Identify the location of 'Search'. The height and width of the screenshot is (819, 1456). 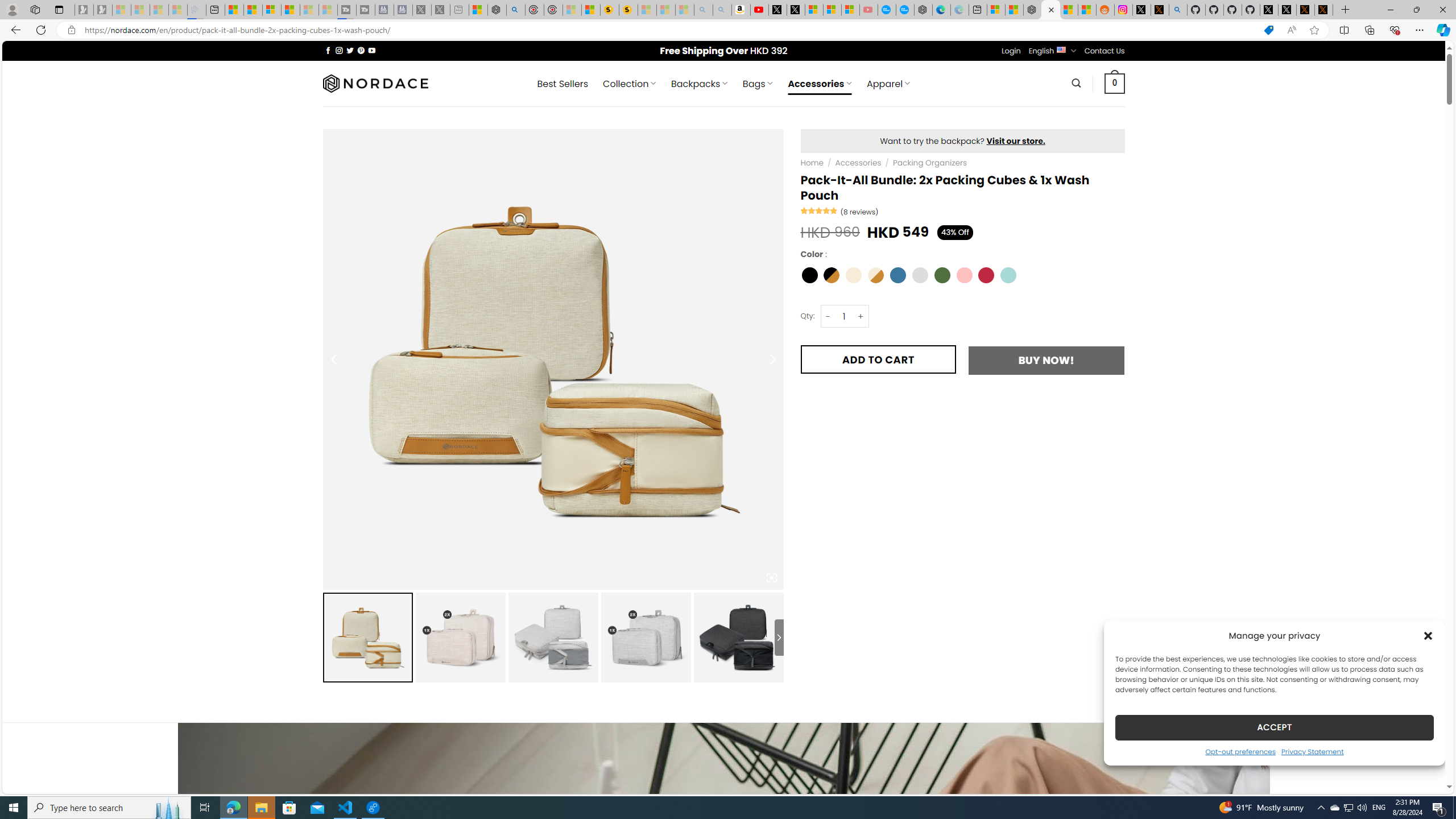
(1076, 82).